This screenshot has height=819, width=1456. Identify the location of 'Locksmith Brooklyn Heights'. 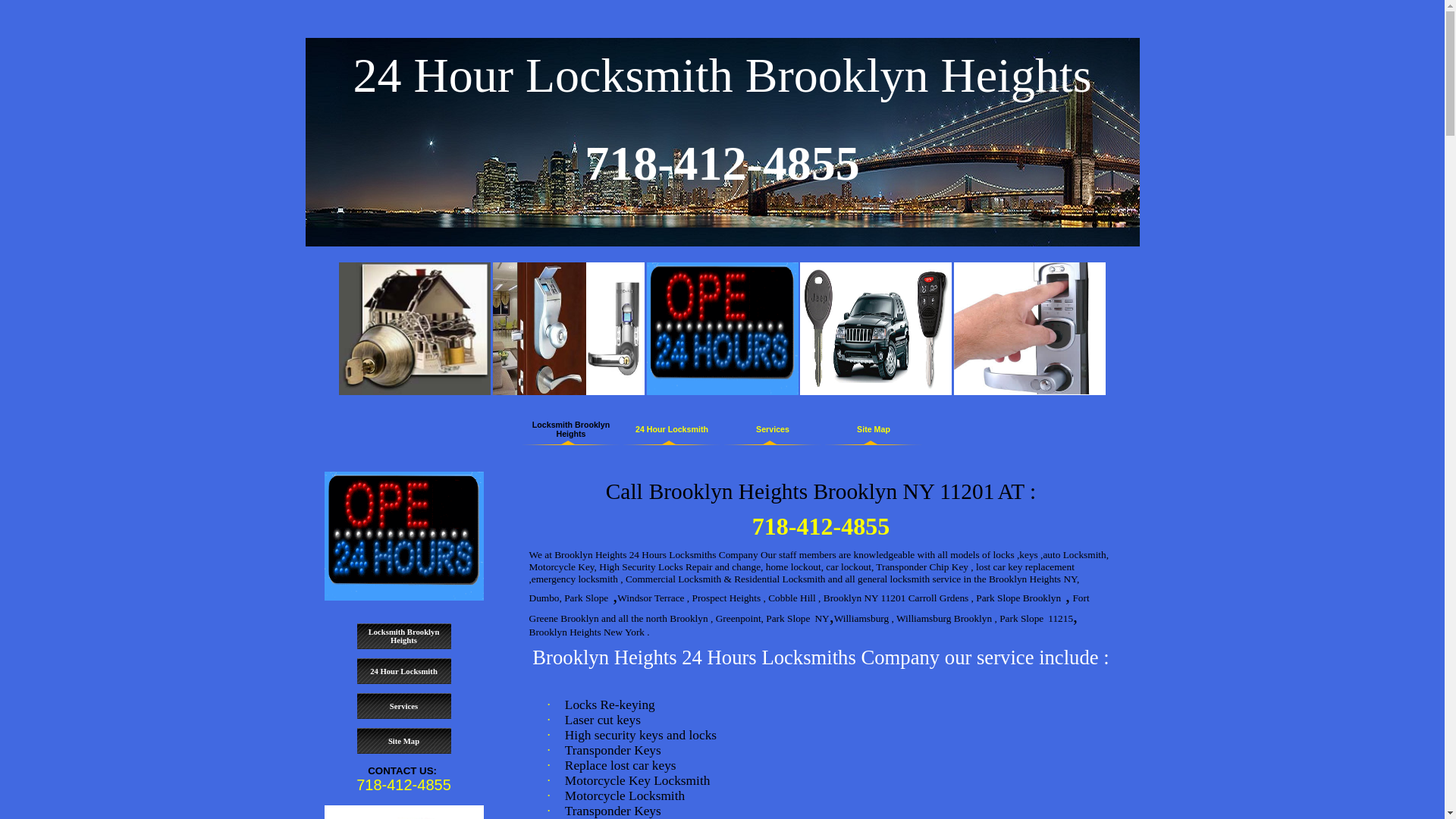
(356, 636).